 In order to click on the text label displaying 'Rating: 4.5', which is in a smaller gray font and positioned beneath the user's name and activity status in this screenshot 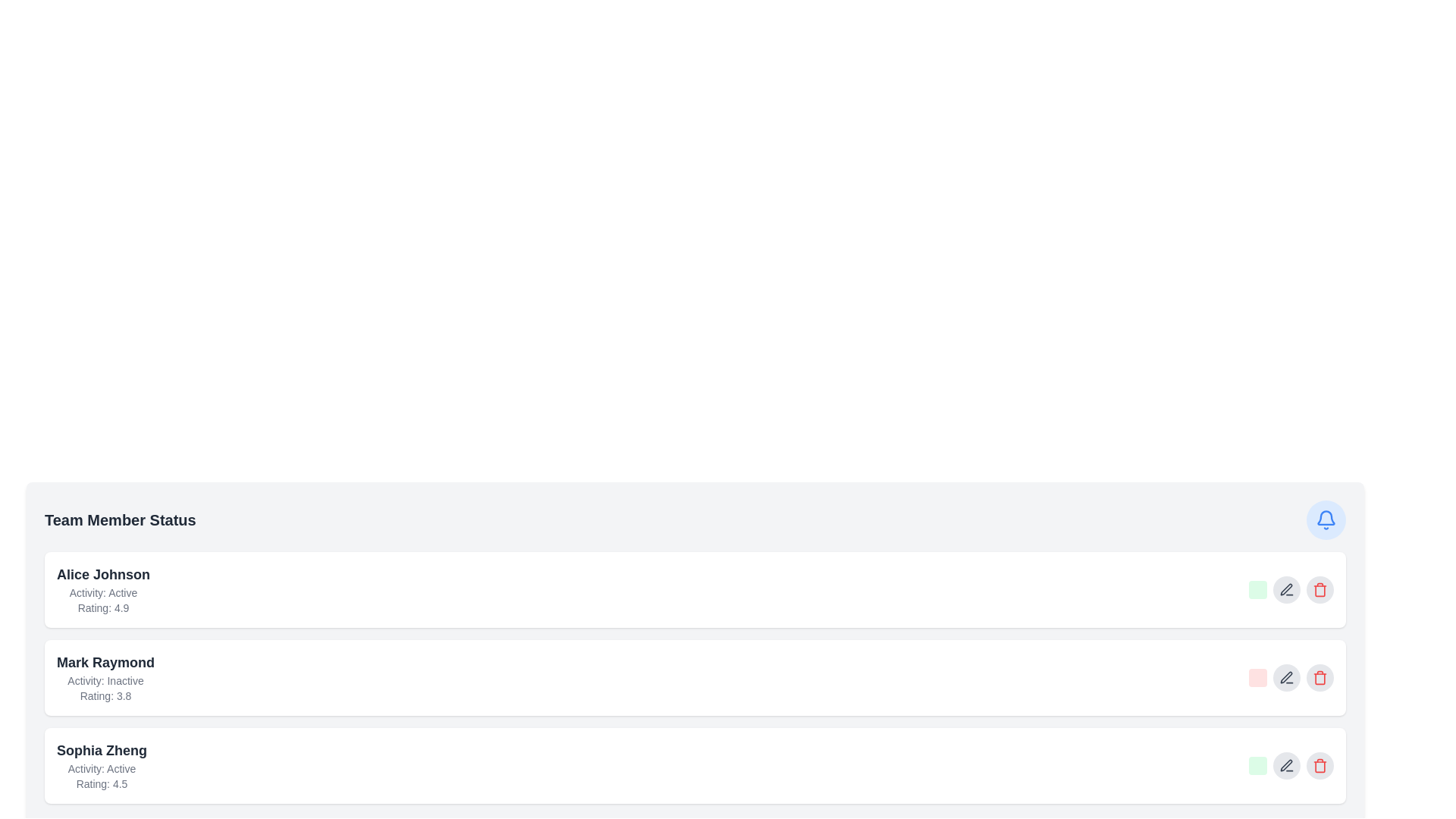, I will do `click(101, 783)`.